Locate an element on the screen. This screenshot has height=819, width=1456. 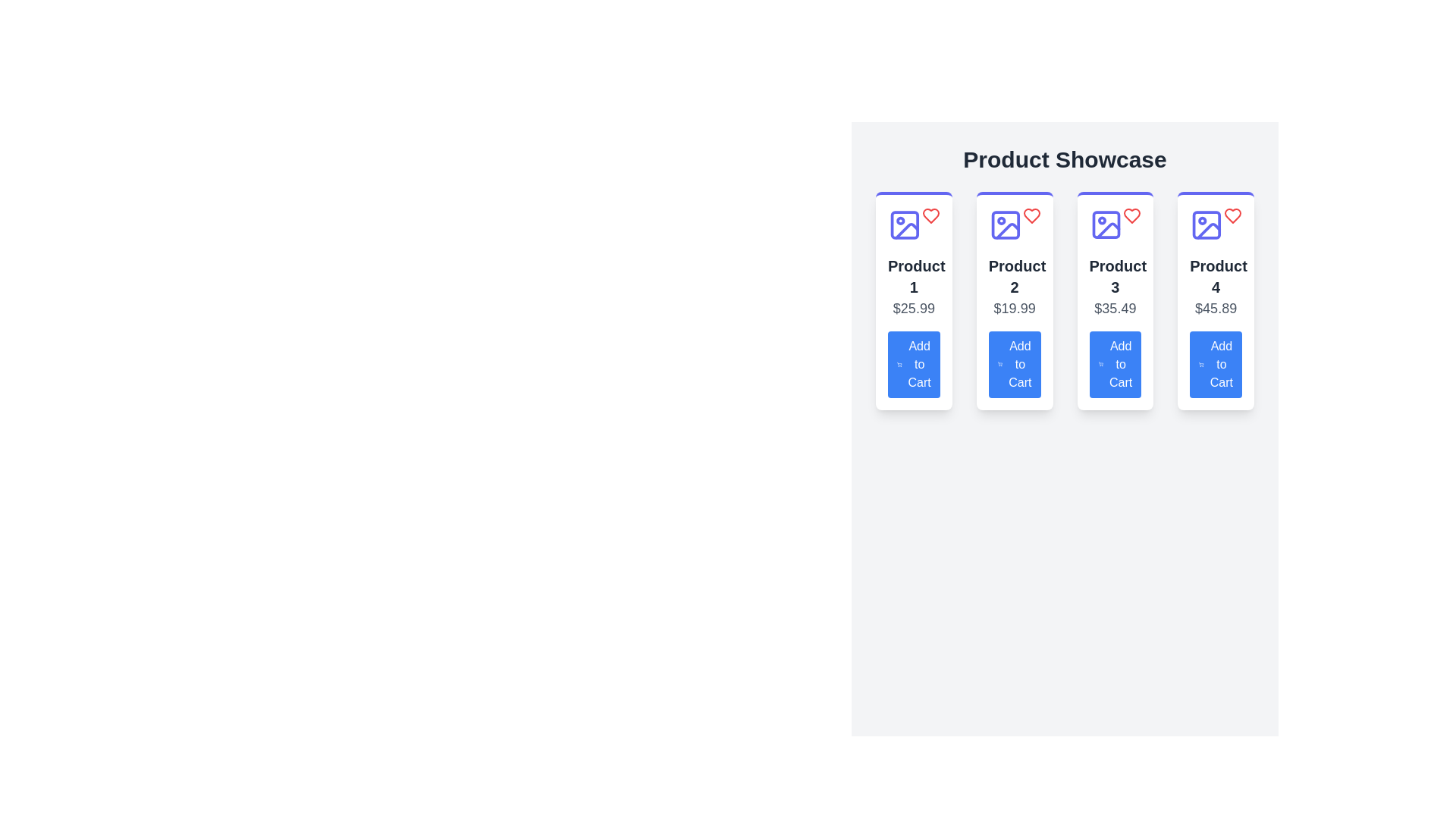
the text label 'Product 3' which is located at the top of the third product card, above the price label and 'Add to Cart' button is located at coordinates (1115, 277).